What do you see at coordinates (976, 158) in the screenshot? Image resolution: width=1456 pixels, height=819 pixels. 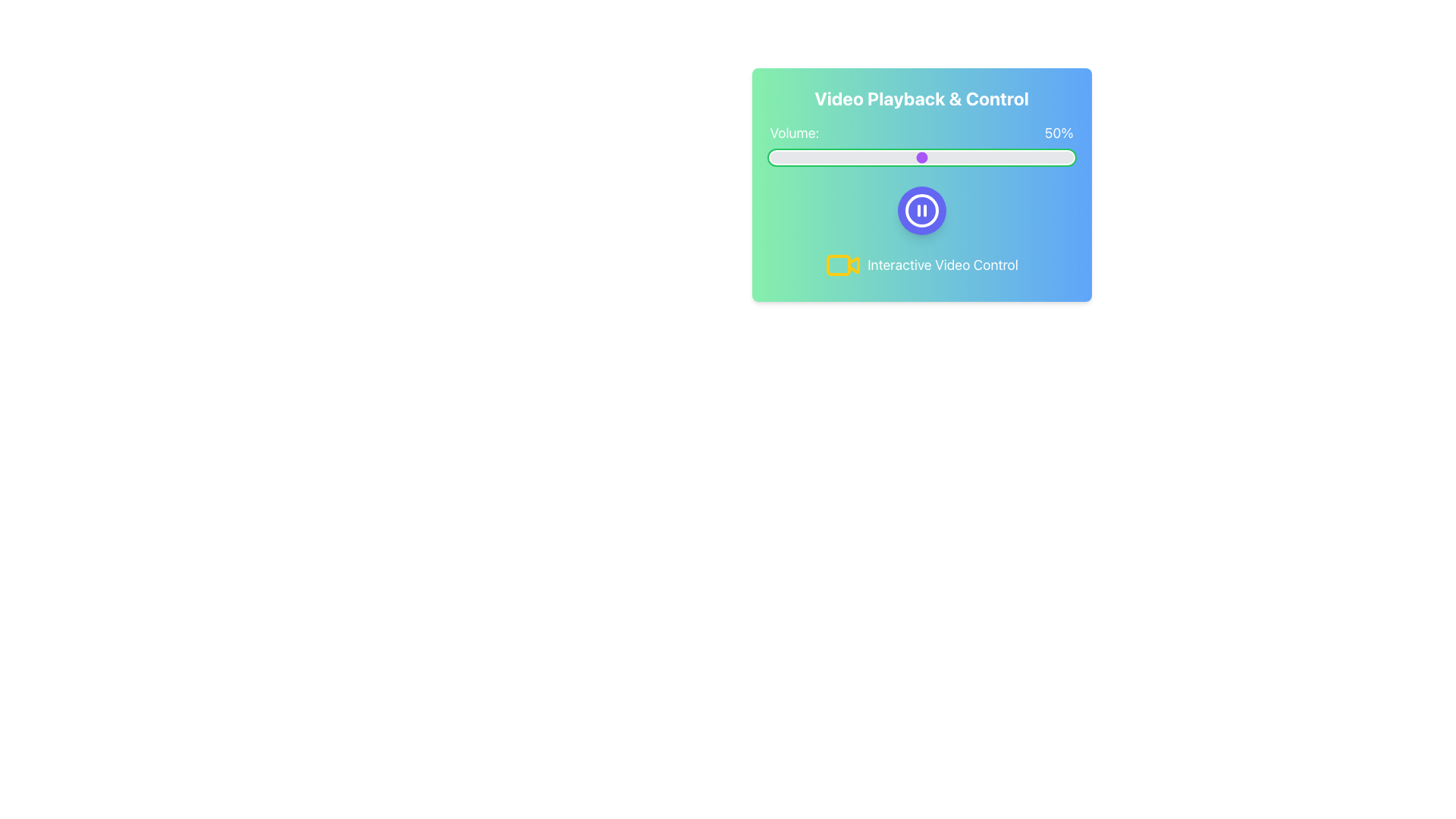 I see `the volume` at bounding box center [976, 158].